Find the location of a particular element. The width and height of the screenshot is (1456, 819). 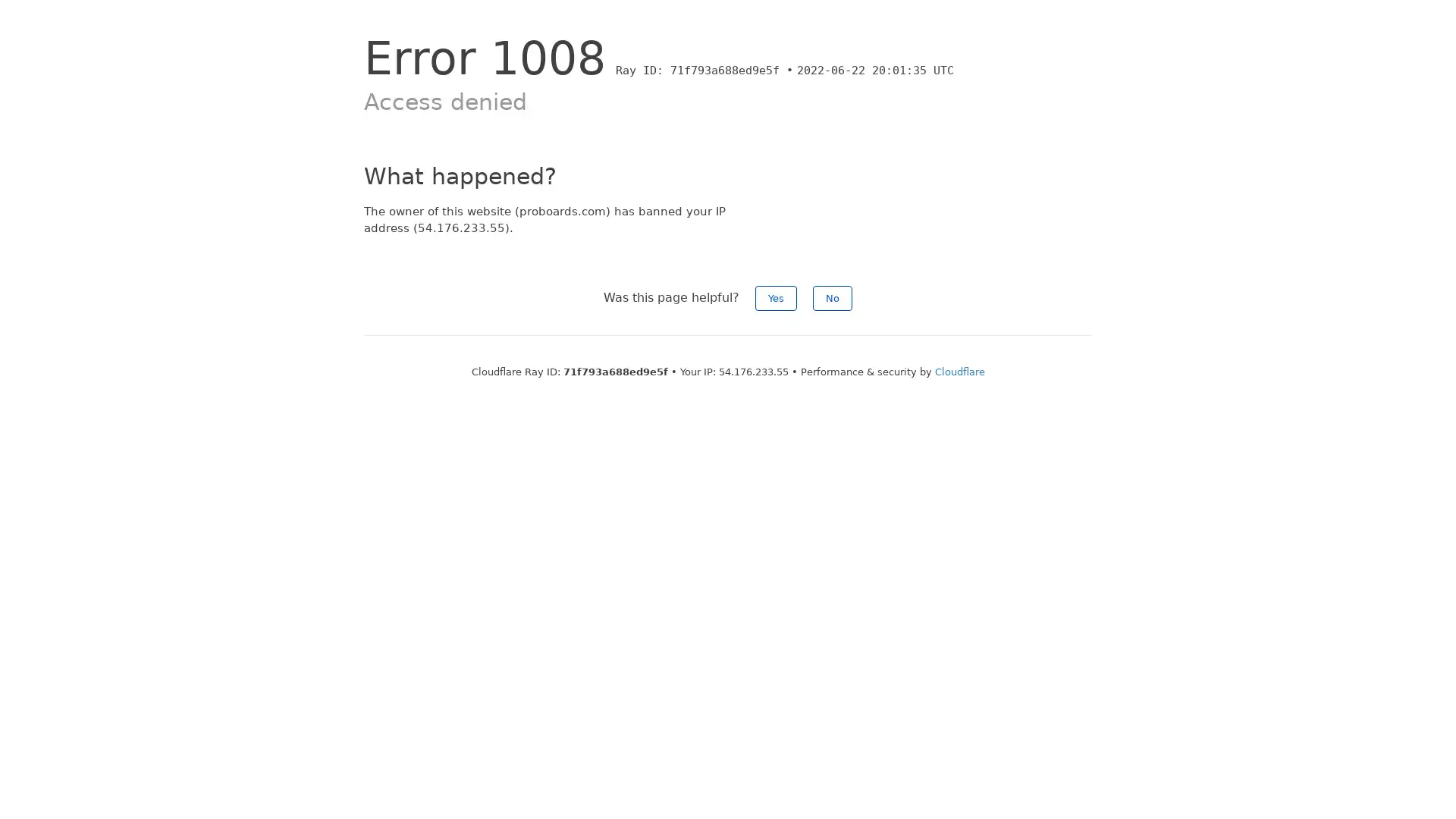

No is located at coordinates (832, 297).